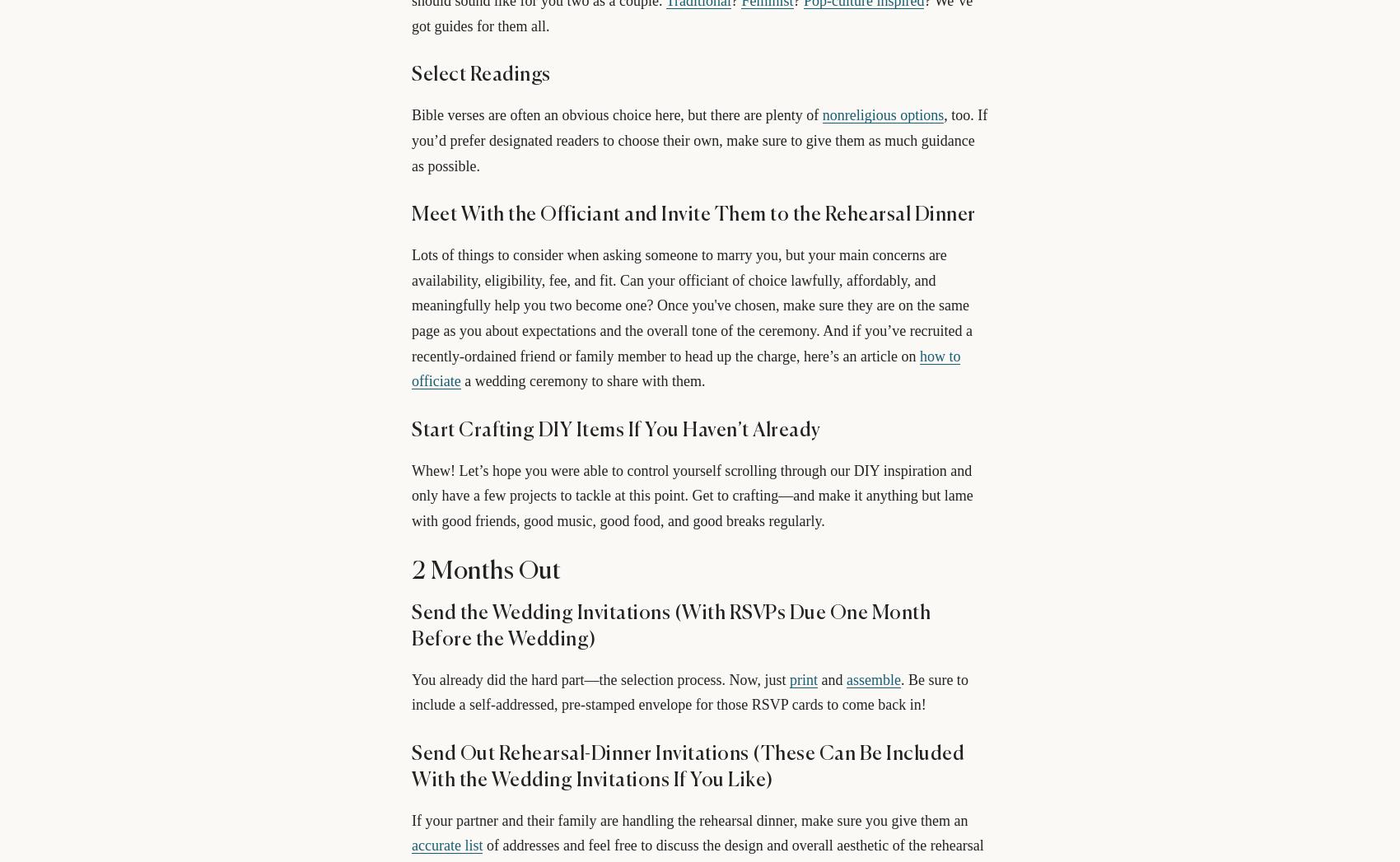 The height and width of the screenshot is (862, 1400). What do you see at coordinates (616, 114) in the screenshot?
I see `'Bible verses are often an obvious choice here, but there are plenty of'` at bounding box center [616, 114].